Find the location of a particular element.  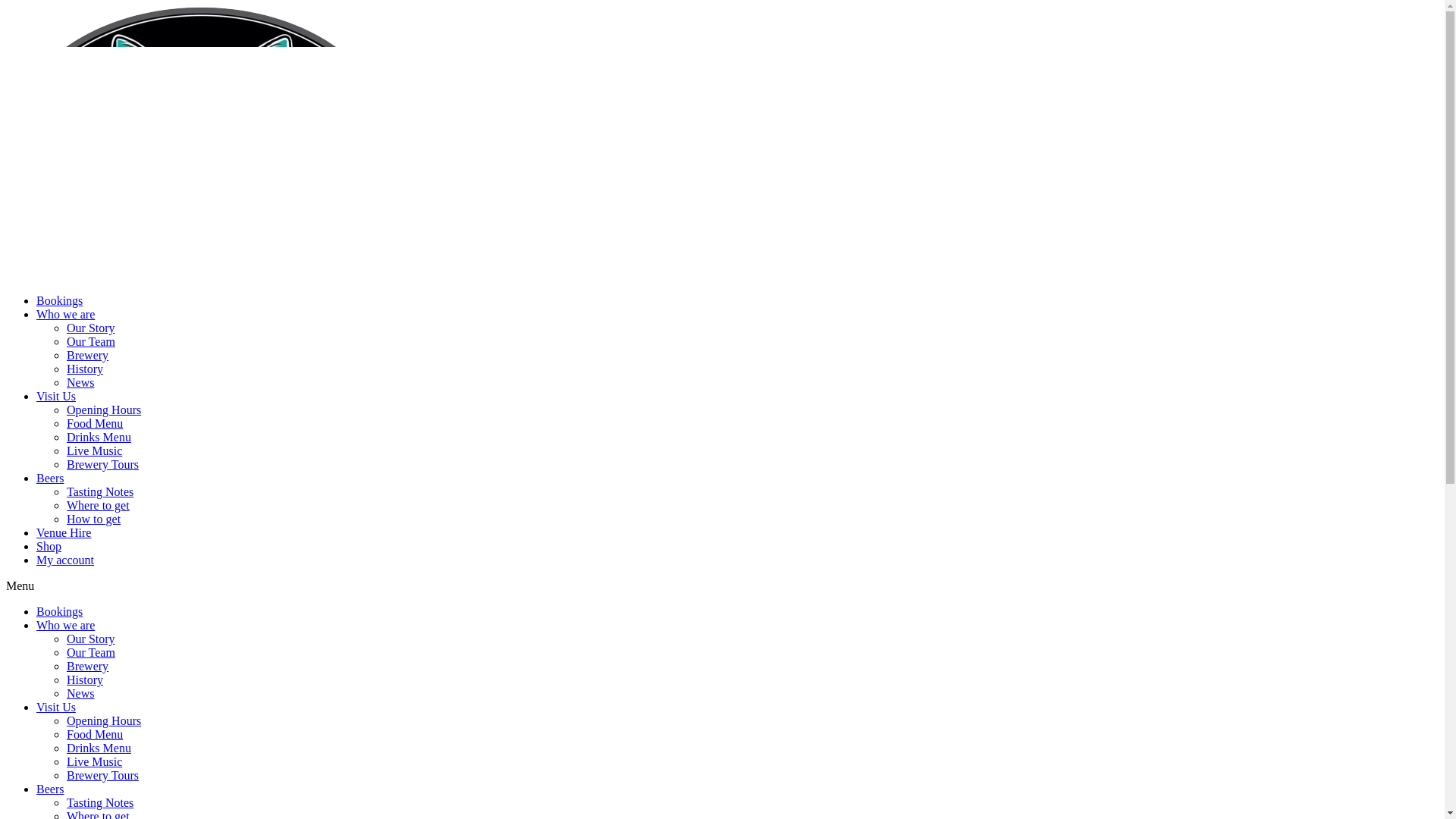

'Food Menu' is located at coordinates (93, 733).